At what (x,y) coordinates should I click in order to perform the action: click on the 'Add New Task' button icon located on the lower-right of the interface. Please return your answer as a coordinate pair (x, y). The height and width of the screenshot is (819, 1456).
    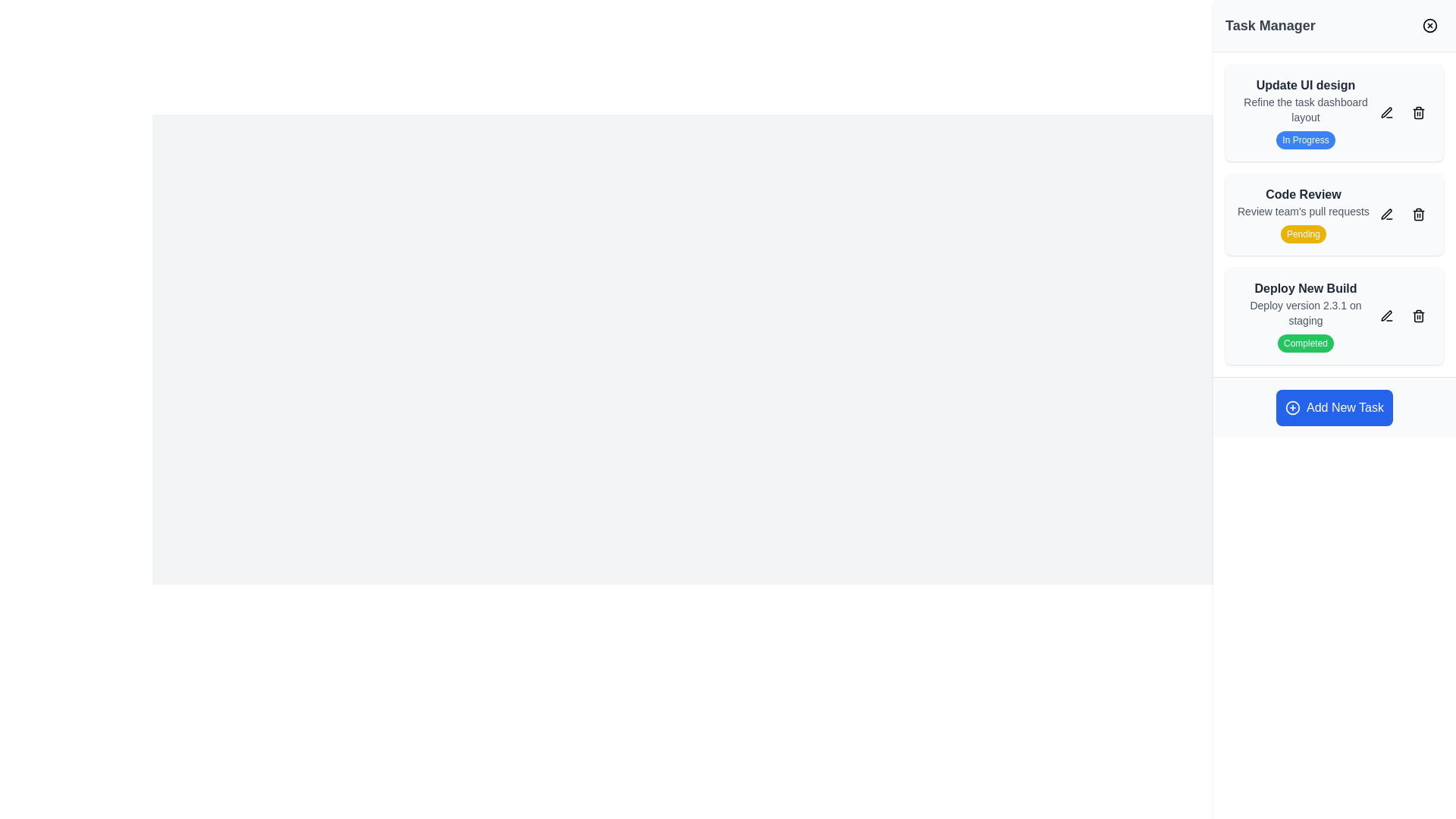
    Looking at the image, I should click on (1291, 406).